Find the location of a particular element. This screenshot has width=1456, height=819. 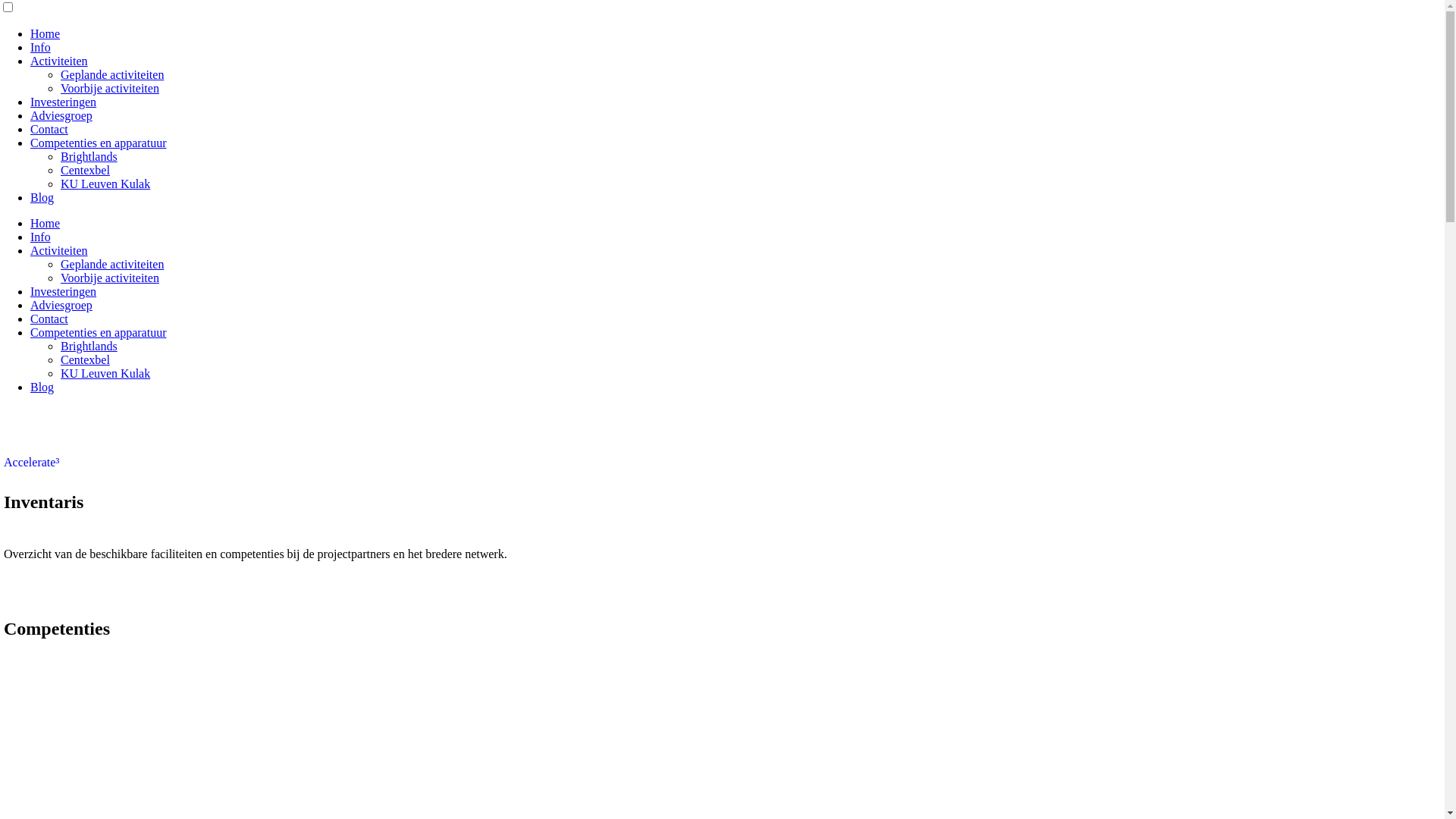

'Activiteiten' is located at coordinates (30, 60).